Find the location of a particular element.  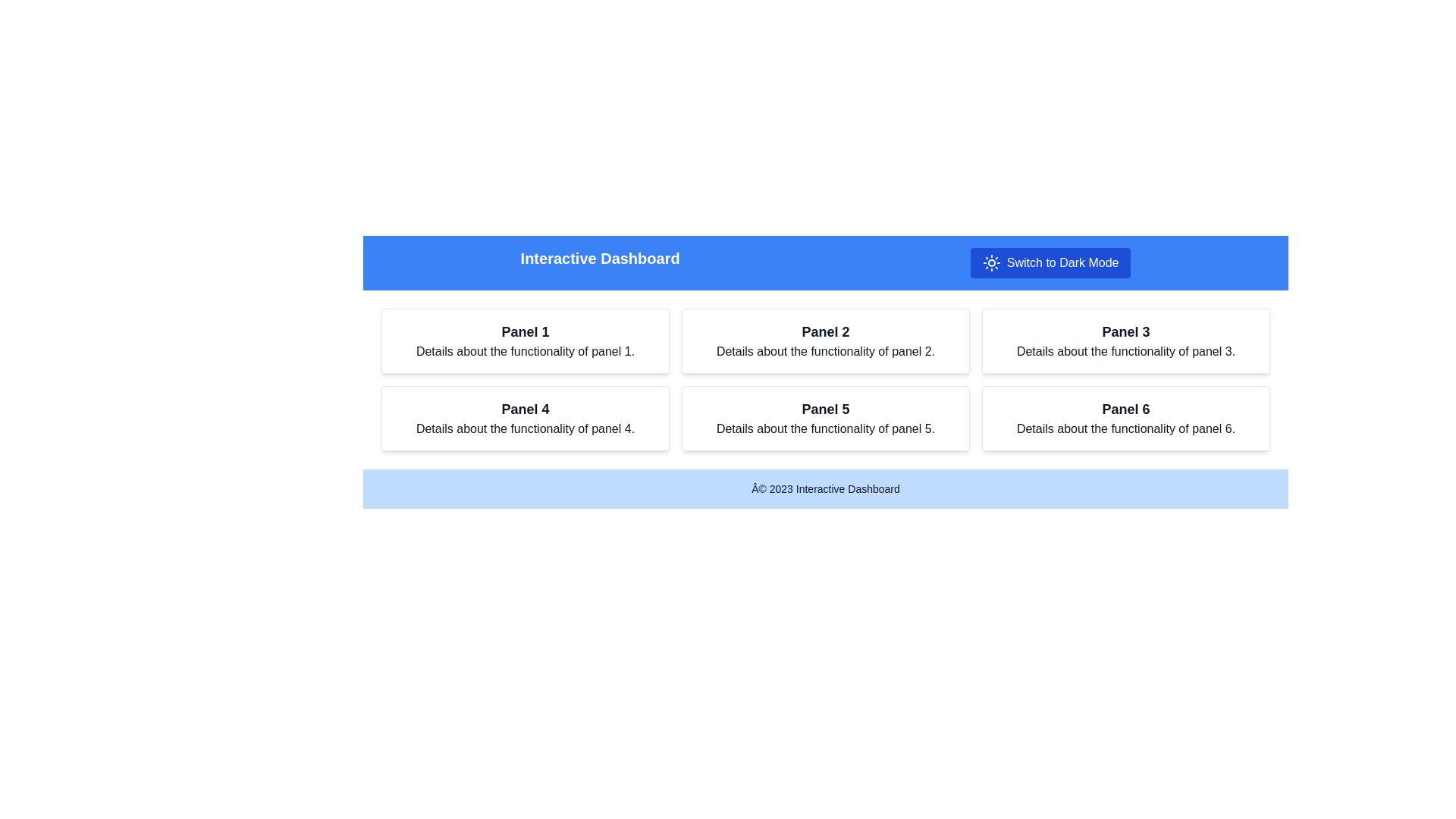

the descriptive text label positioned below the heading 'Panel 4' in the second row of the grid layout is located at coordinates (525, 429).